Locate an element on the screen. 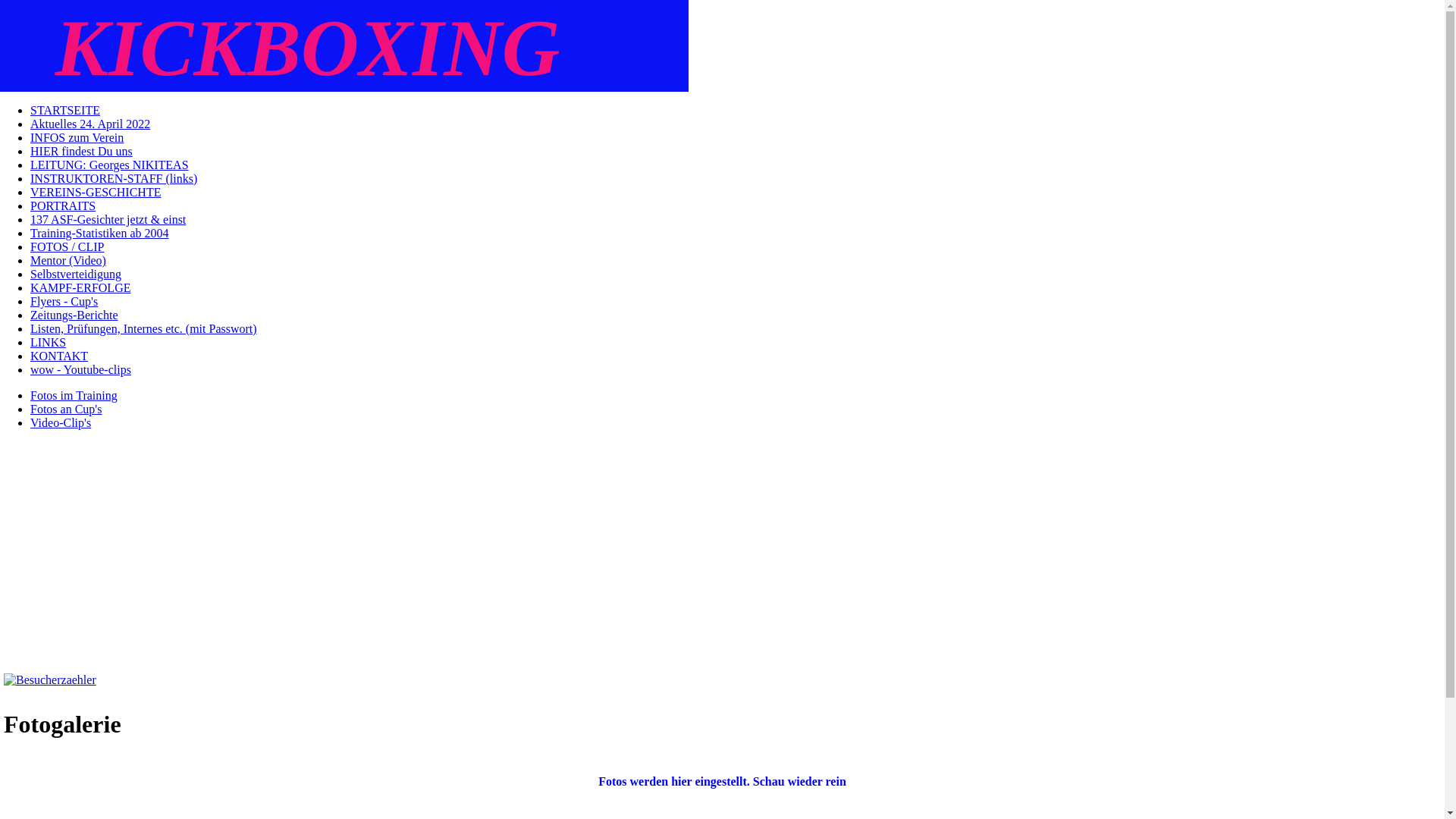  'VEREINS-GESCHICHTE' is located at coordinates (94, 191).